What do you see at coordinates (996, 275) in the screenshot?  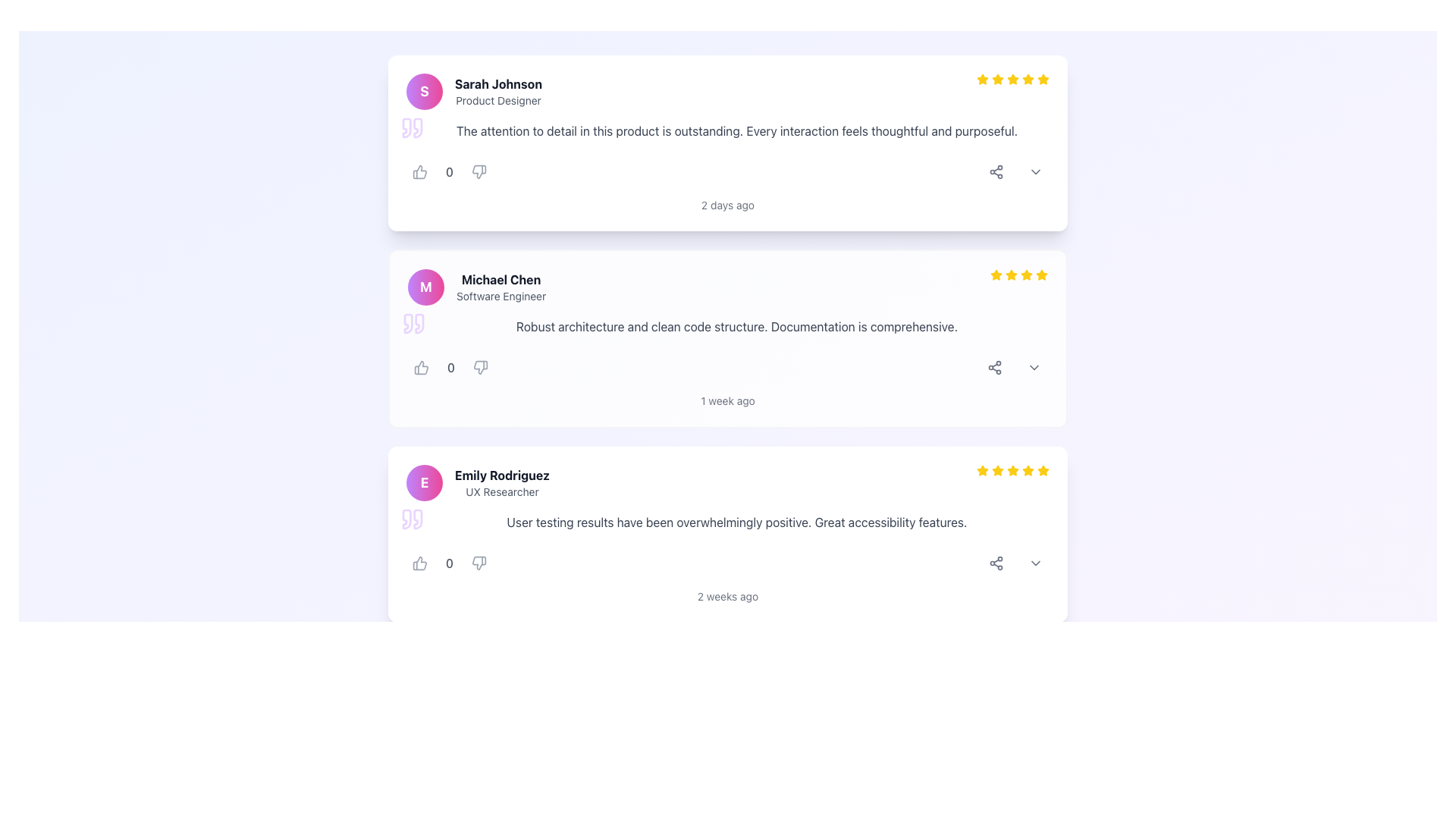 I see `the second star icon in the rating component, which is yellow and part of a five-star group` at bounding box center [996, 275].